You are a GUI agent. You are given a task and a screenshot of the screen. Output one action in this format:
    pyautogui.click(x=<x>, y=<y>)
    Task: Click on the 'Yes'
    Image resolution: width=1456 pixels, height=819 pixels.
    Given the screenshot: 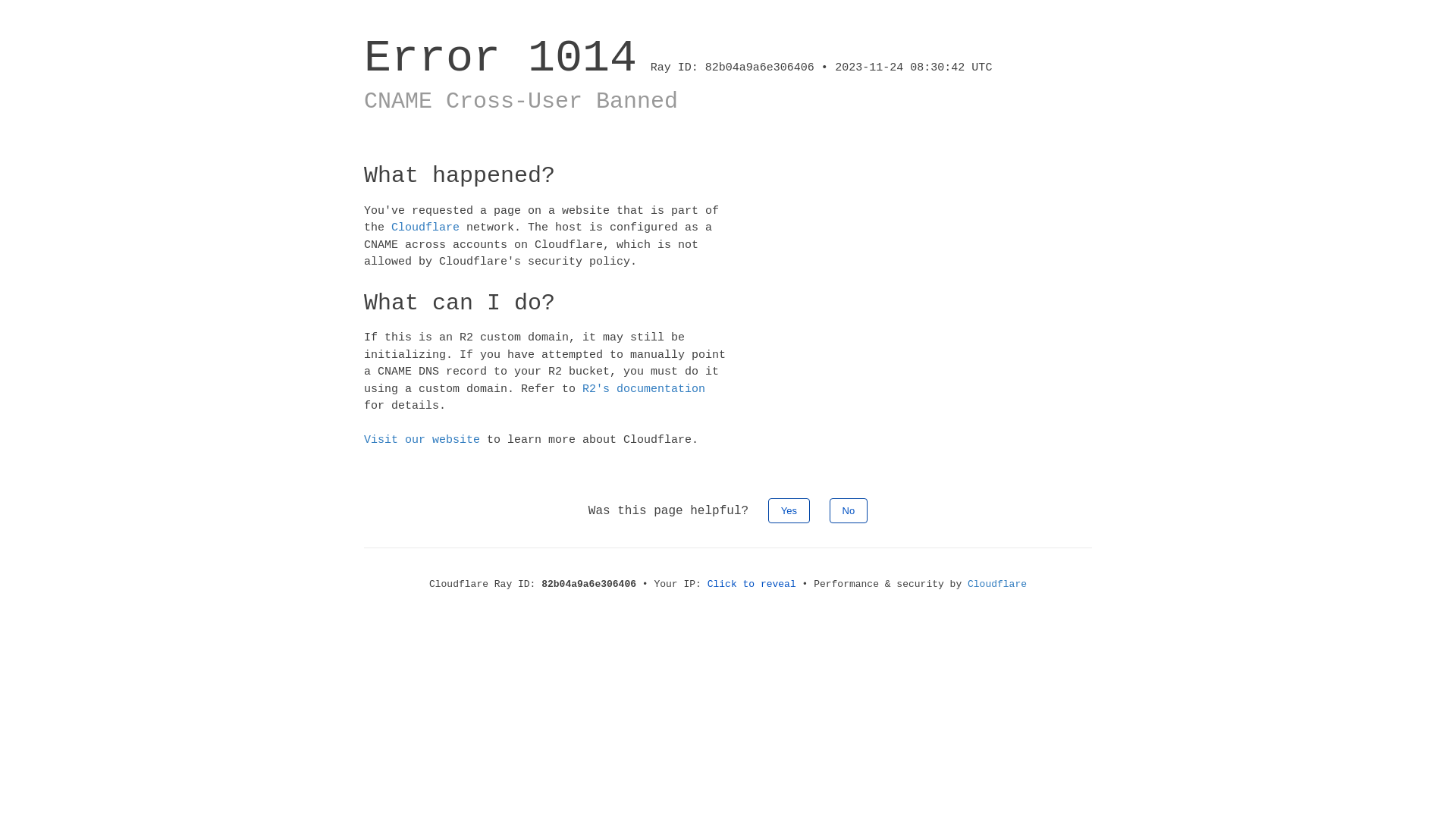 What is the action you would take?
    pyautogui.click(x=767, y=510)
    